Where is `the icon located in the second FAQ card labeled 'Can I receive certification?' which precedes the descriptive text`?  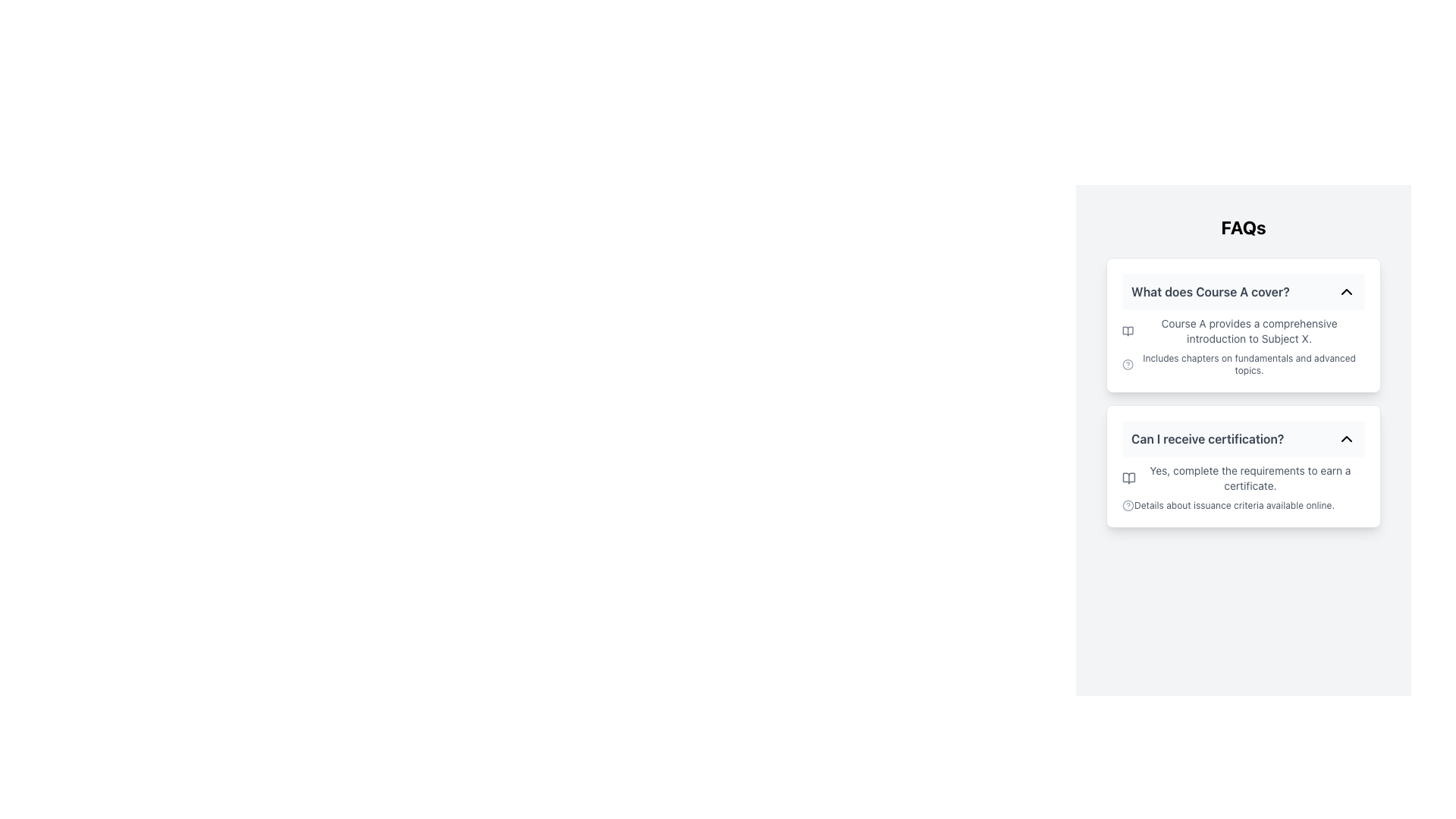 the icon located in the second FAQ card labeled 'Can I receive certification?' which precedes the descriptive text is located at coordinates (1128, 479).